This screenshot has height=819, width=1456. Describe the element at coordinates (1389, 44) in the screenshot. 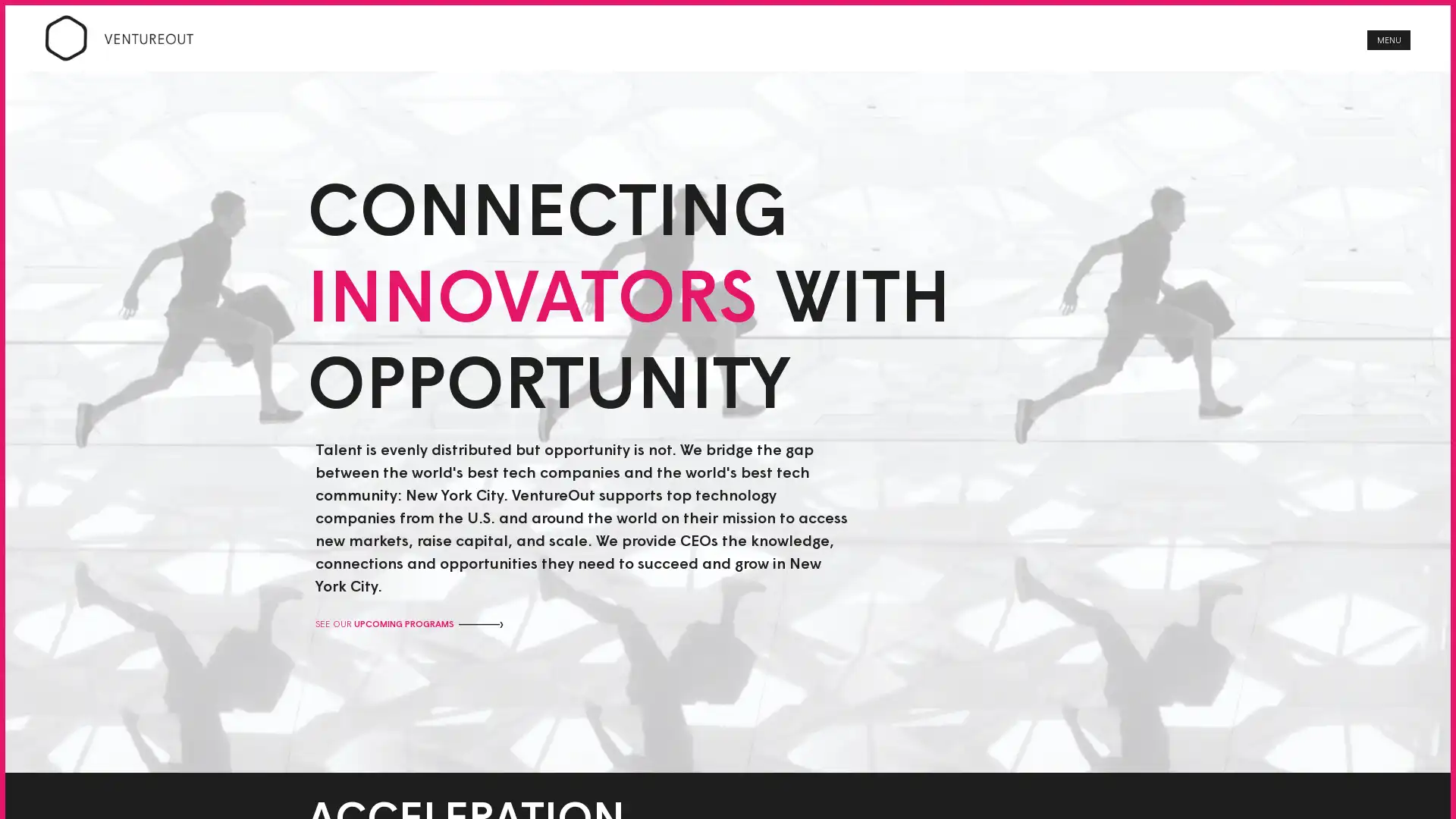

I see `MENU` at that location.